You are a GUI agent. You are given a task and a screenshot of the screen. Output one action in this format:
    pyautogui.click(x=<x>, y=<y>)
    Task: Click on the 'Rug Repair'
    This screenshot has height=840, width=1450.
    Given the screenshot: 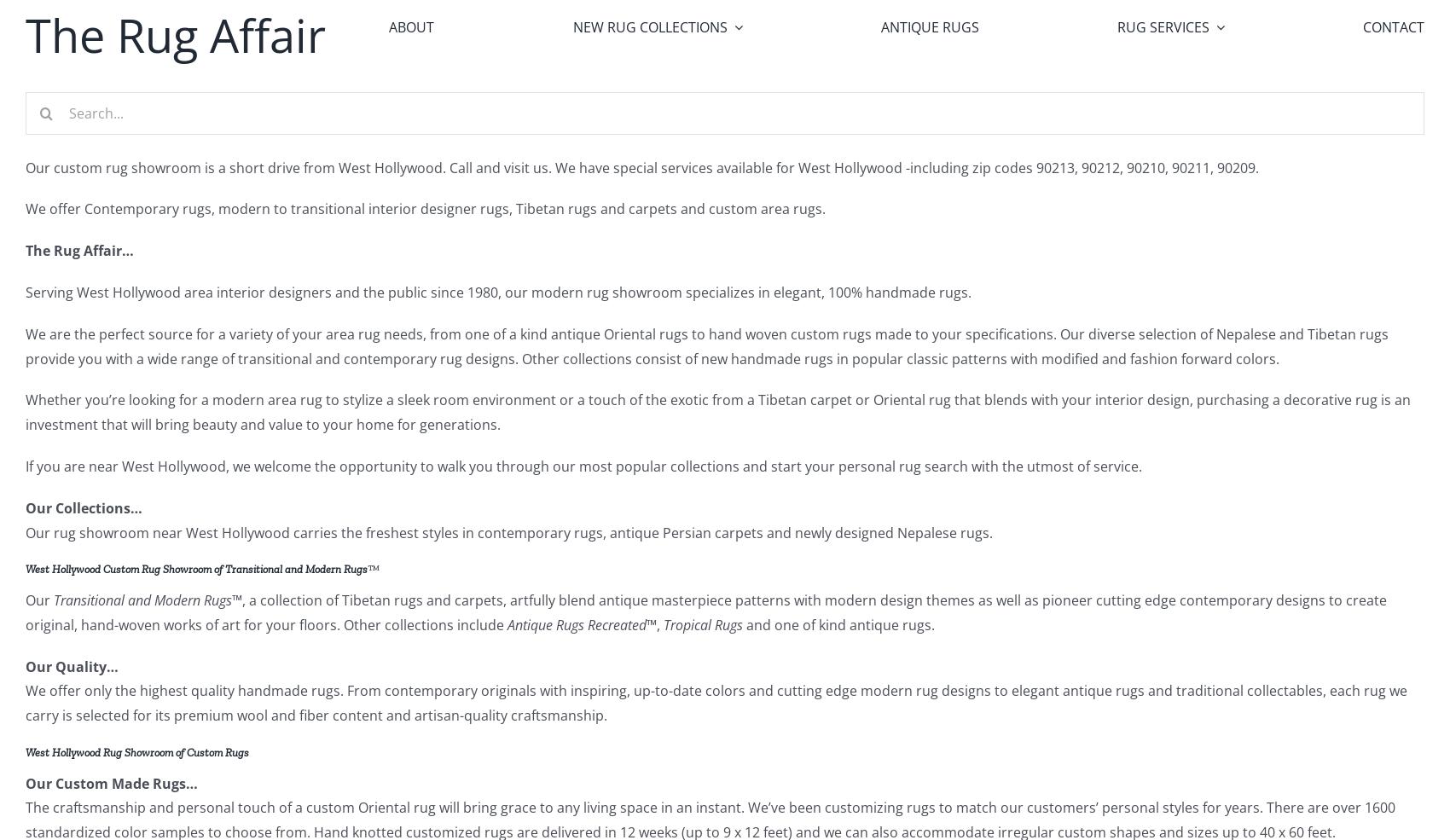 What is the action you would take?
    pyautogui.click(x=1134, y=118)
    